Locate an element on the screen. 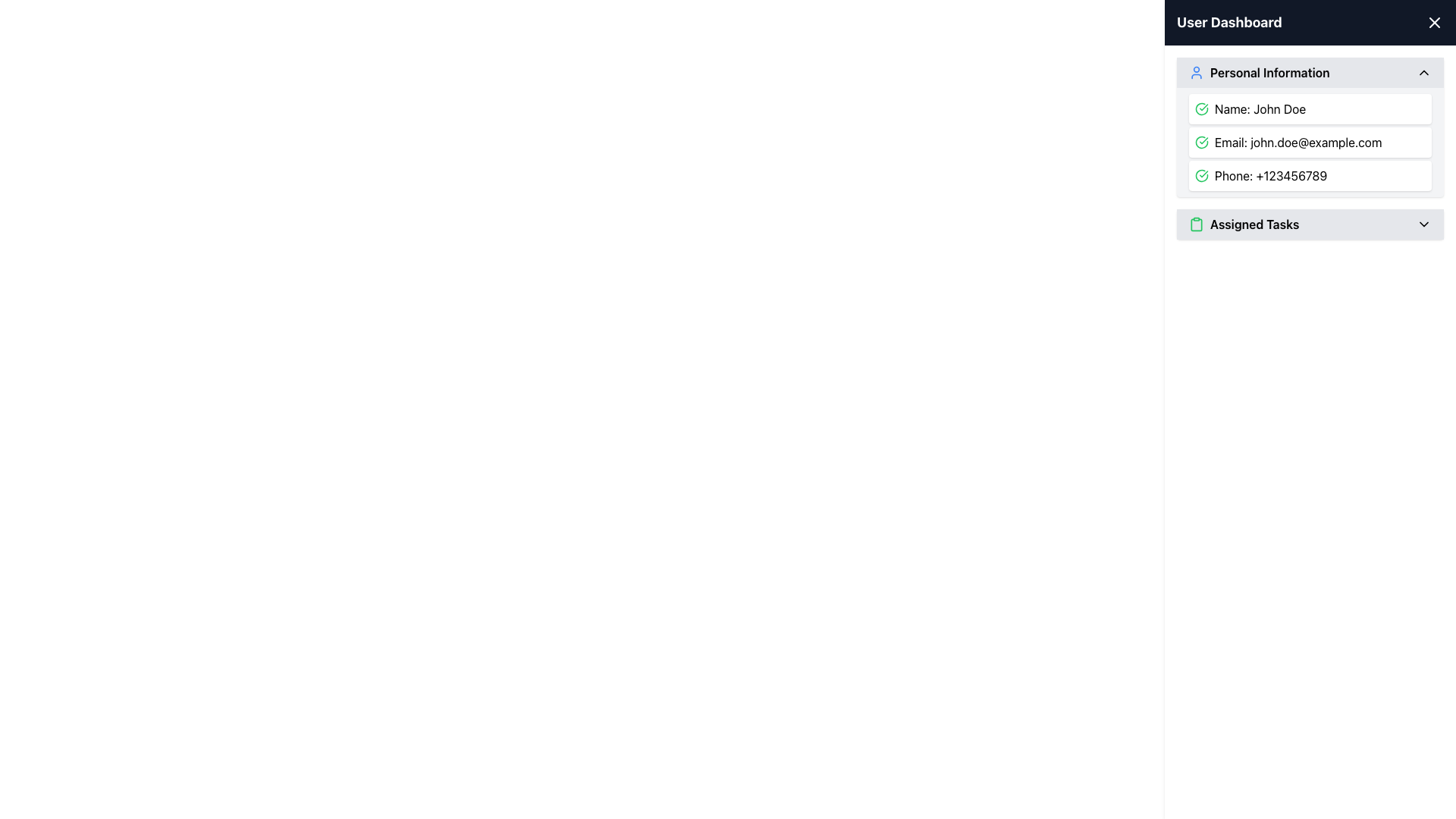 The image size is (1456, 819). information contained in the 'Personal Information' panel, which has a light-gray background and includes entries for Name, Email, and Phone is located at coordinates (1310, 127).